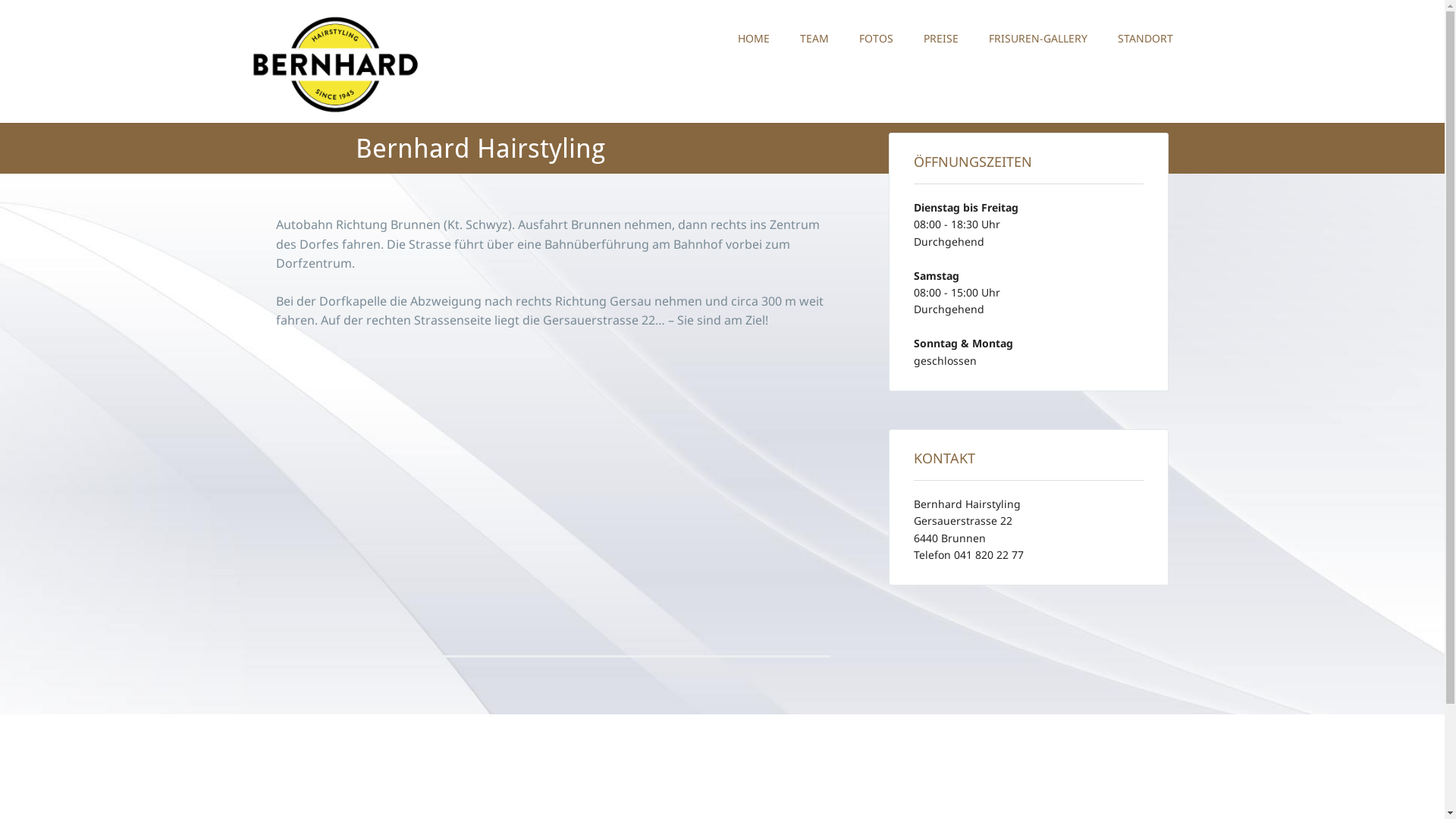 This screenshot has width=1456, height=819. Describe the element at coordinates (783, 37) in the screenshot. I see `'TEAM'` at that location.